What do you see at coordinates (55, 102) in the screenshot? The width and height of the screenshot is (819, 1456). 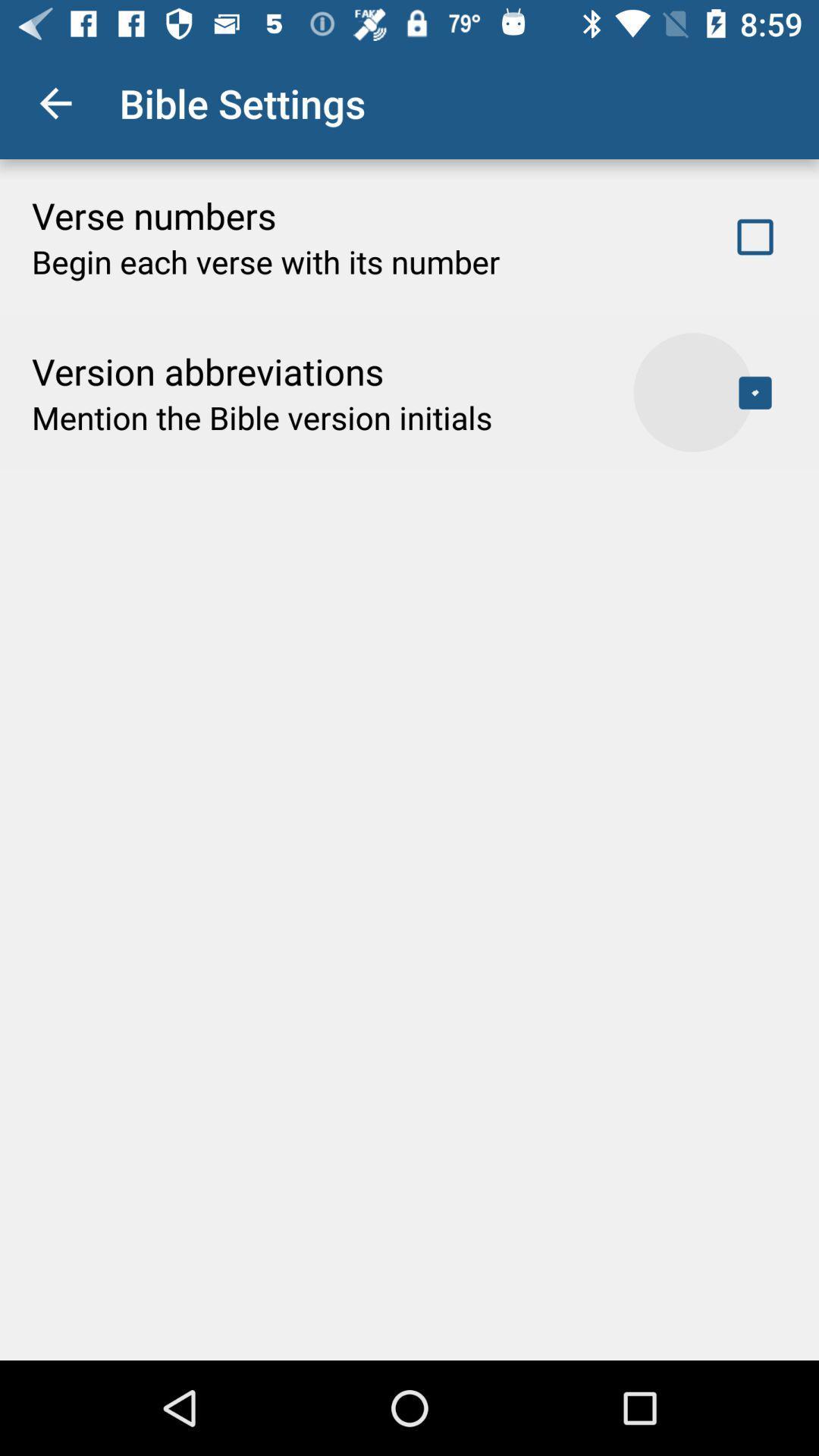 I see `icon to the left of bible settings` at bounding box center [55, 102].